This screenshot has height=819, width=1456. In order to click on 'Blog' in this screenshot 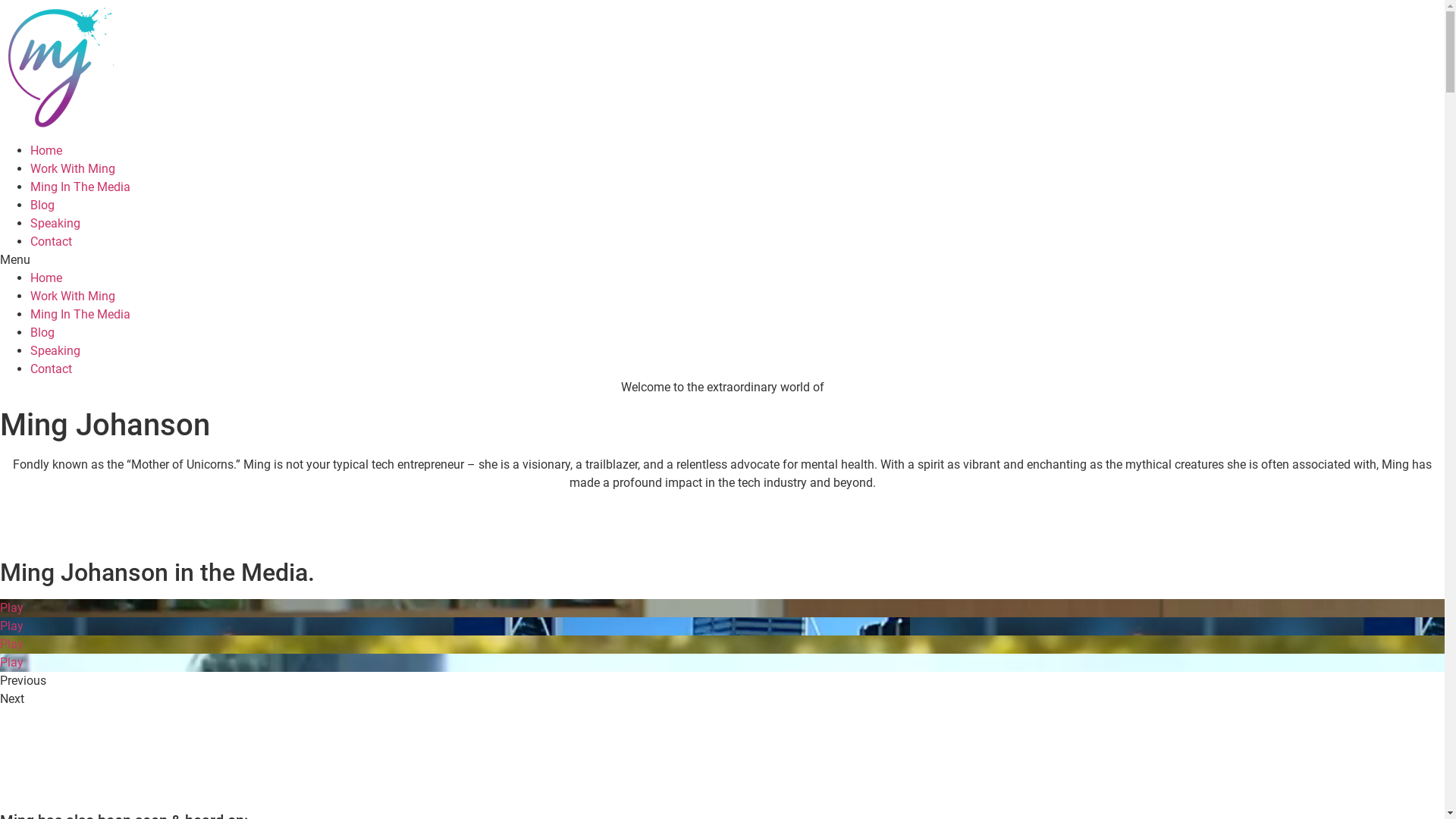, I will do `click(42, 205)`.